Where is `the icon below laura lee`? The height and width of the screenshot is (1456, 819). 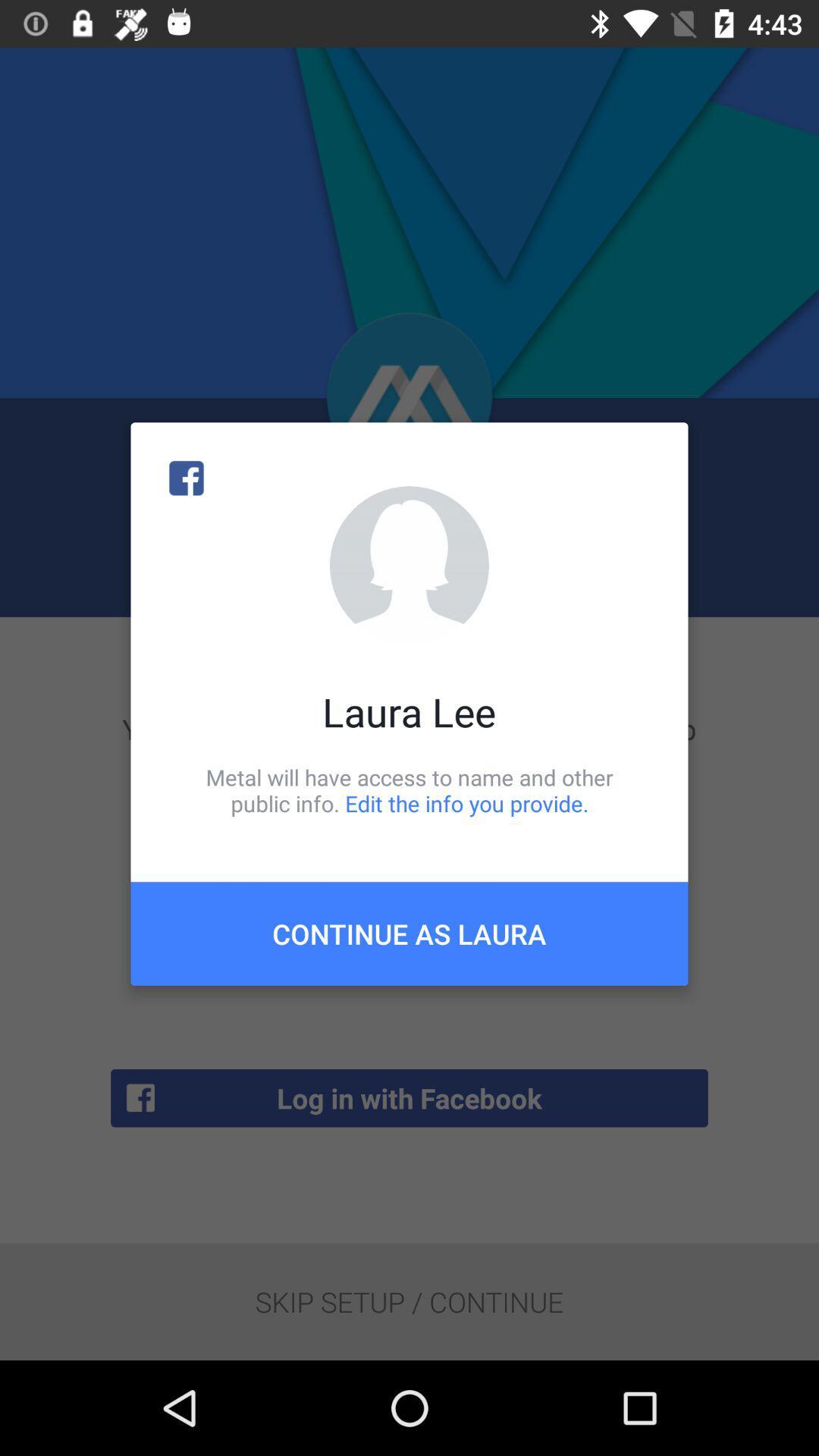 the icon below laura lee is located at coordinates (409, 789).